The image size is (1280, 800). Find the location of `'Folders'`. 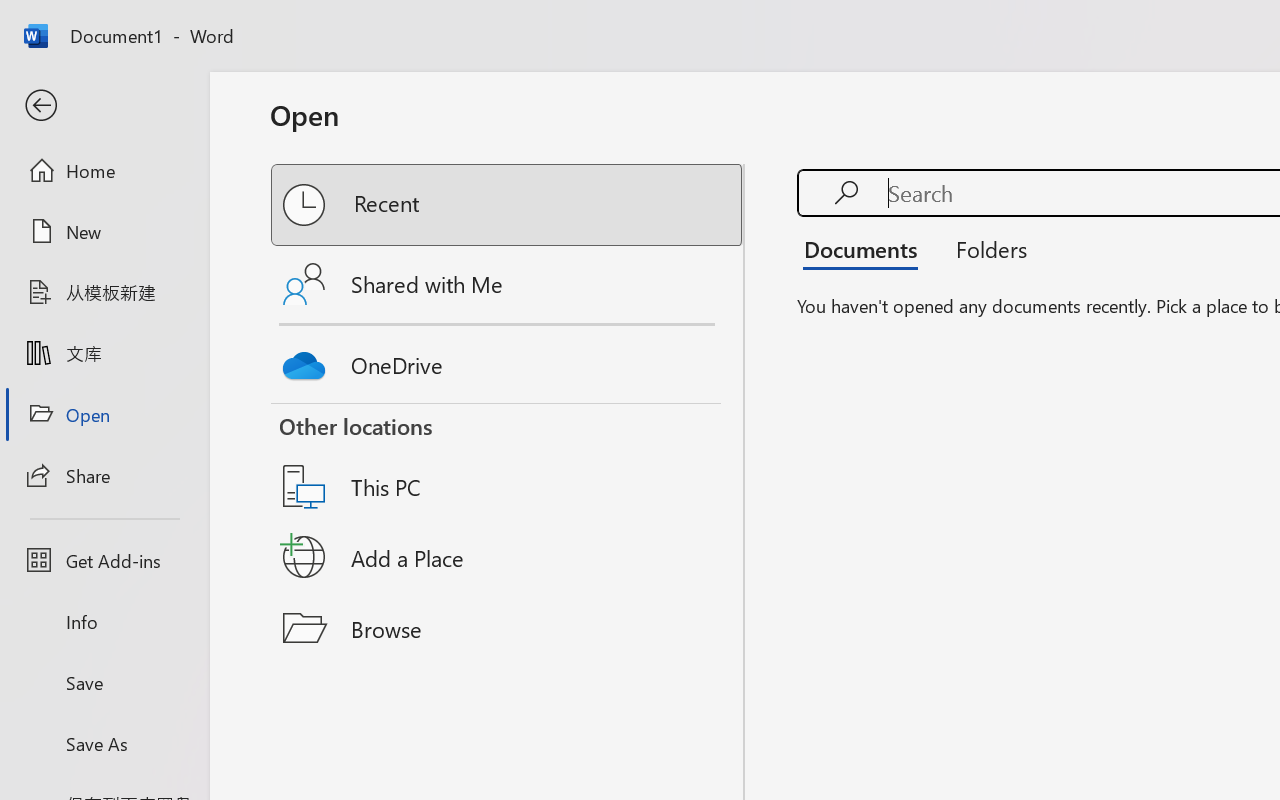

'Folders' is located at coordinates (984, 248).